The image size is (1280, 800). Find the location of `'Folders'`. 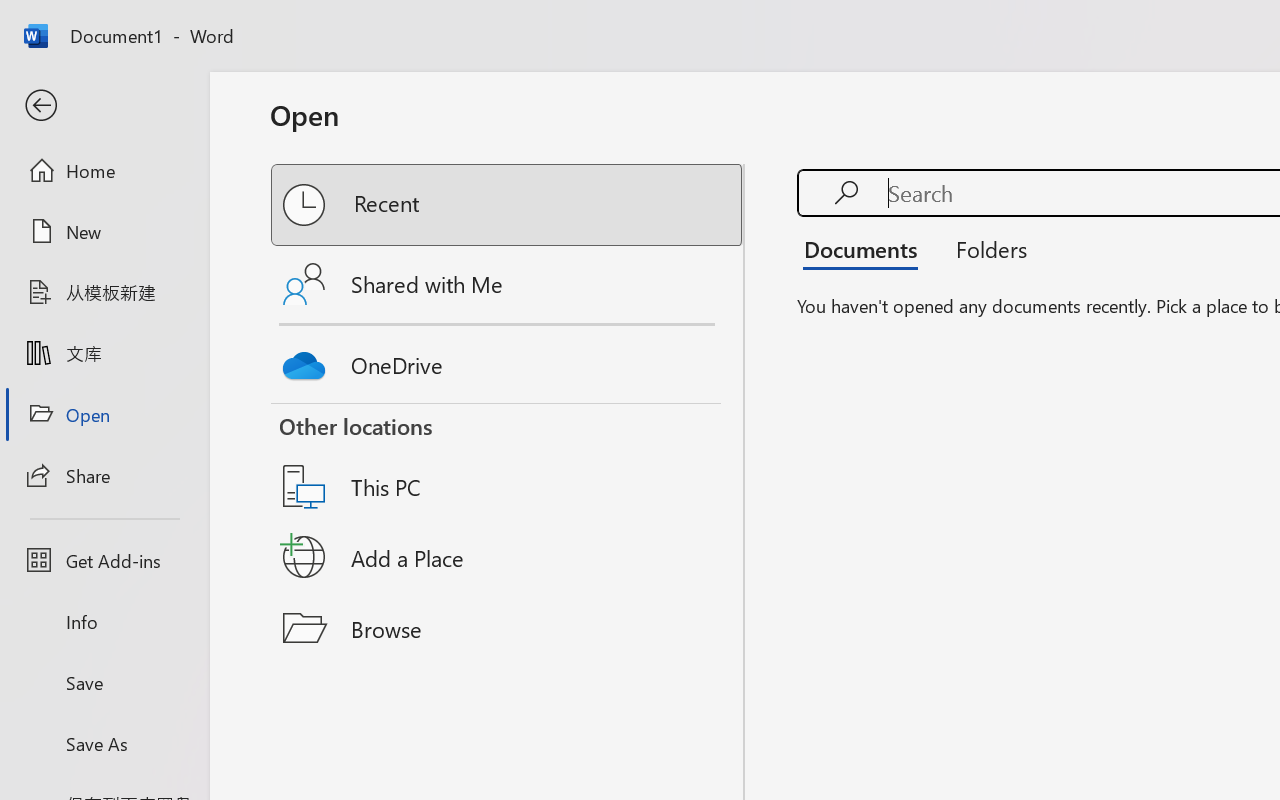

'Folders' is located at coordinates (984, 248).